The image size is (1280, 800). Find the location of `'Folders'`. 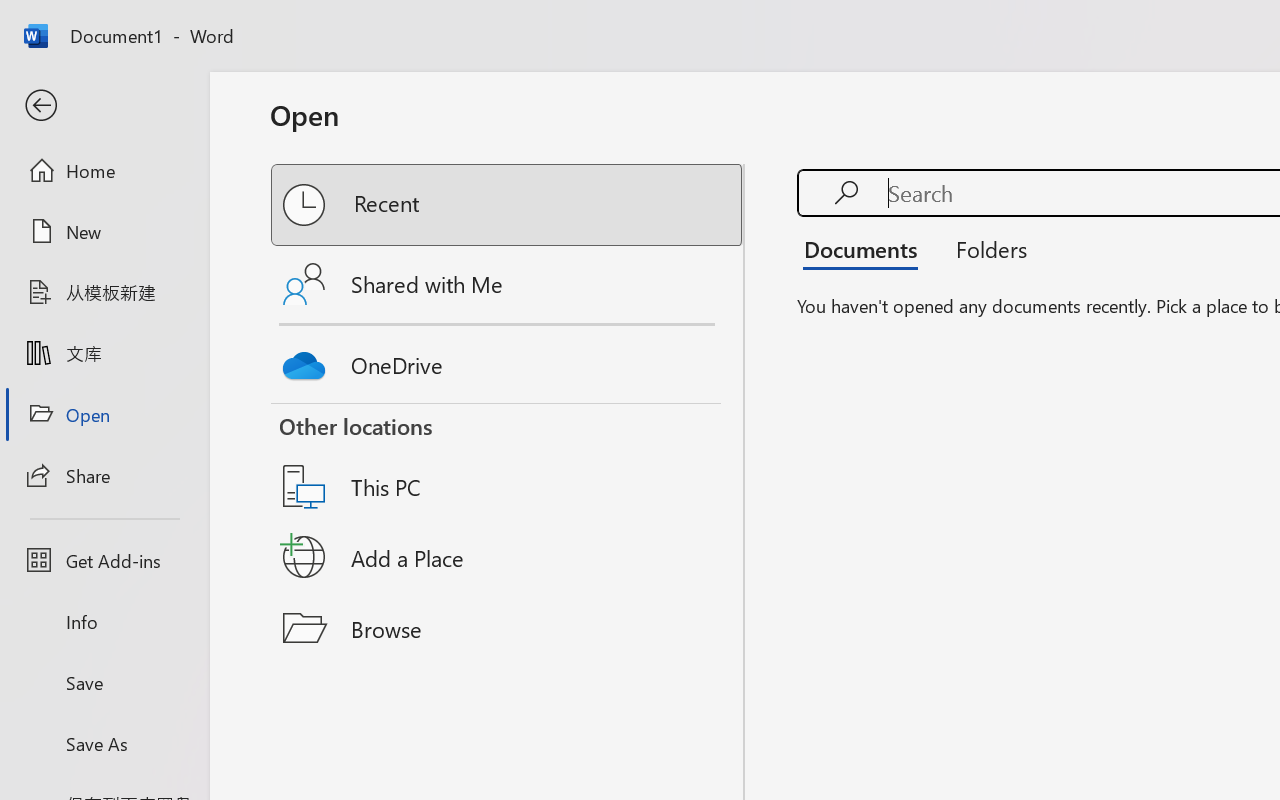

'Folders' is located at coordinates (984, 248).